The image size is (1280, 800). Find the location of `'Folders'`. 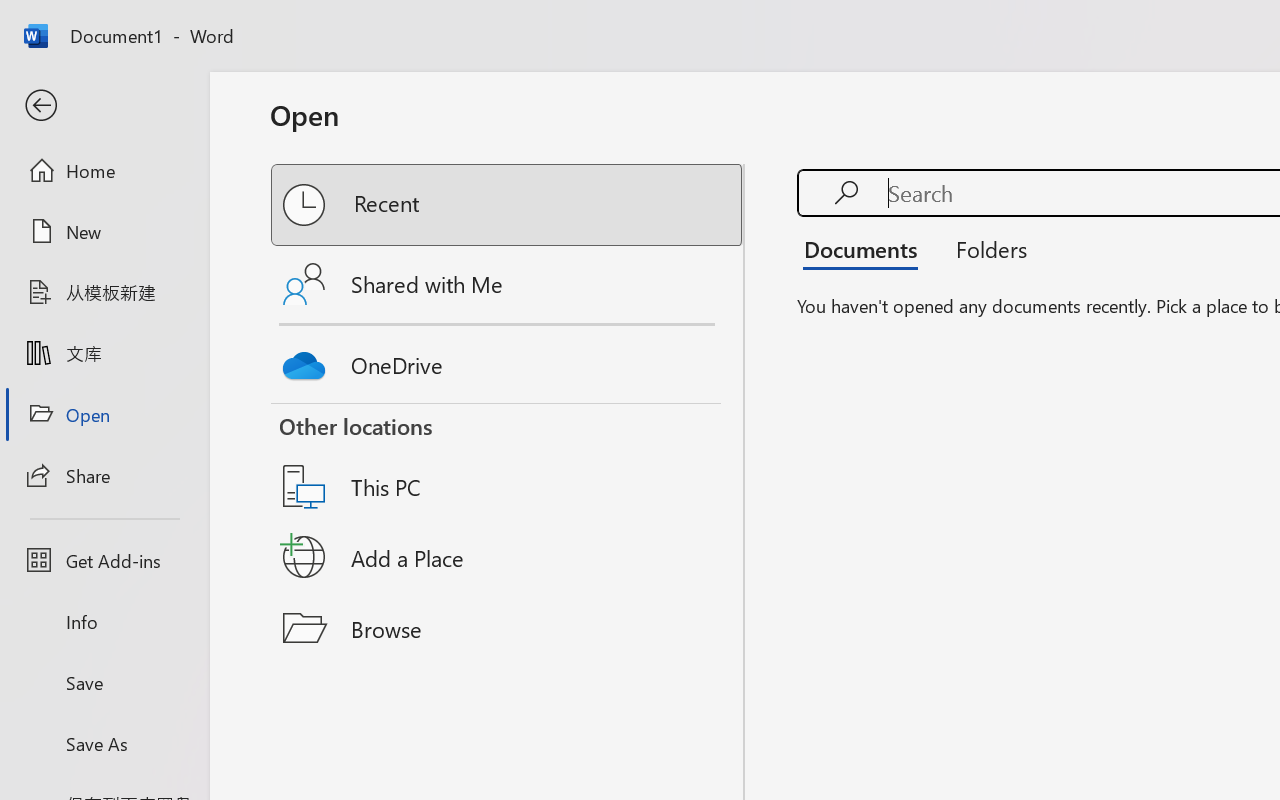

'Folders' is located at coordinates (984, 248).